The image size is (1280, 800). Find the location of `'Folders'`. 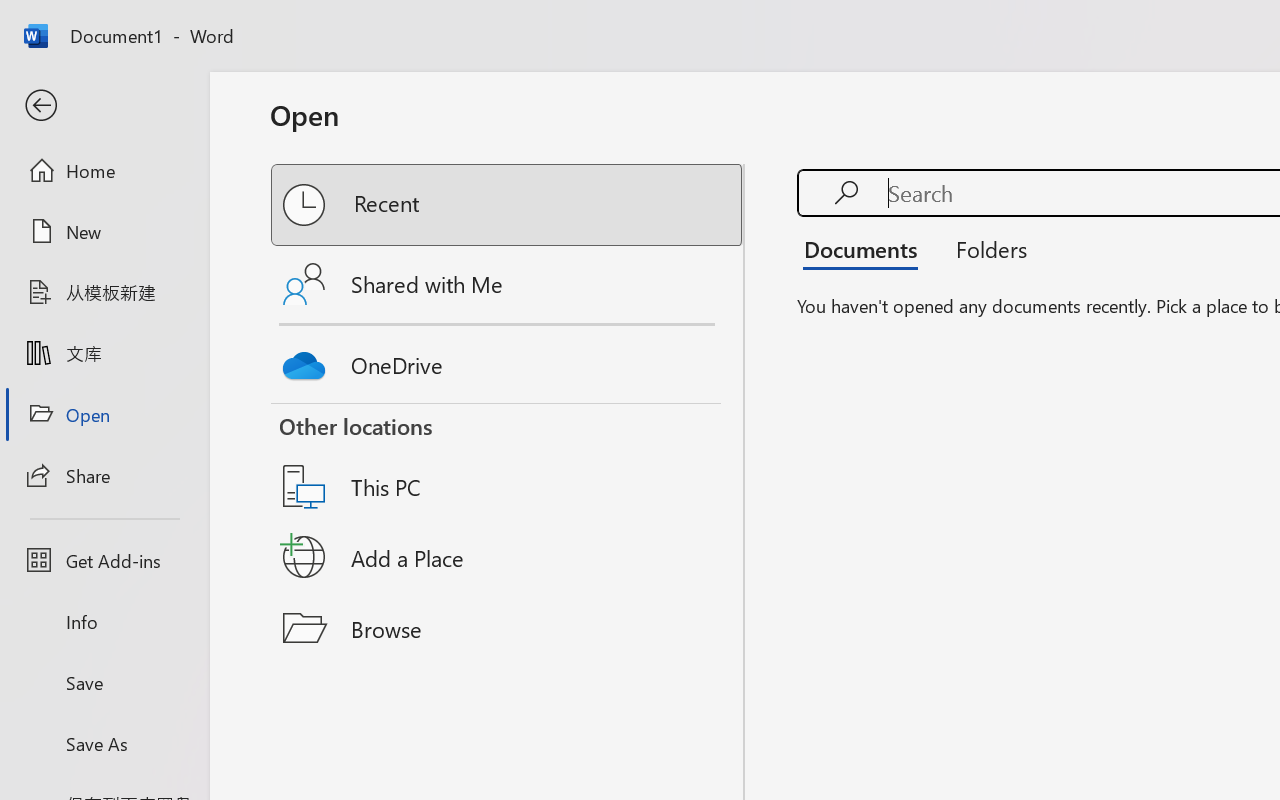

'Folders' is located at coordinates (984, 248).